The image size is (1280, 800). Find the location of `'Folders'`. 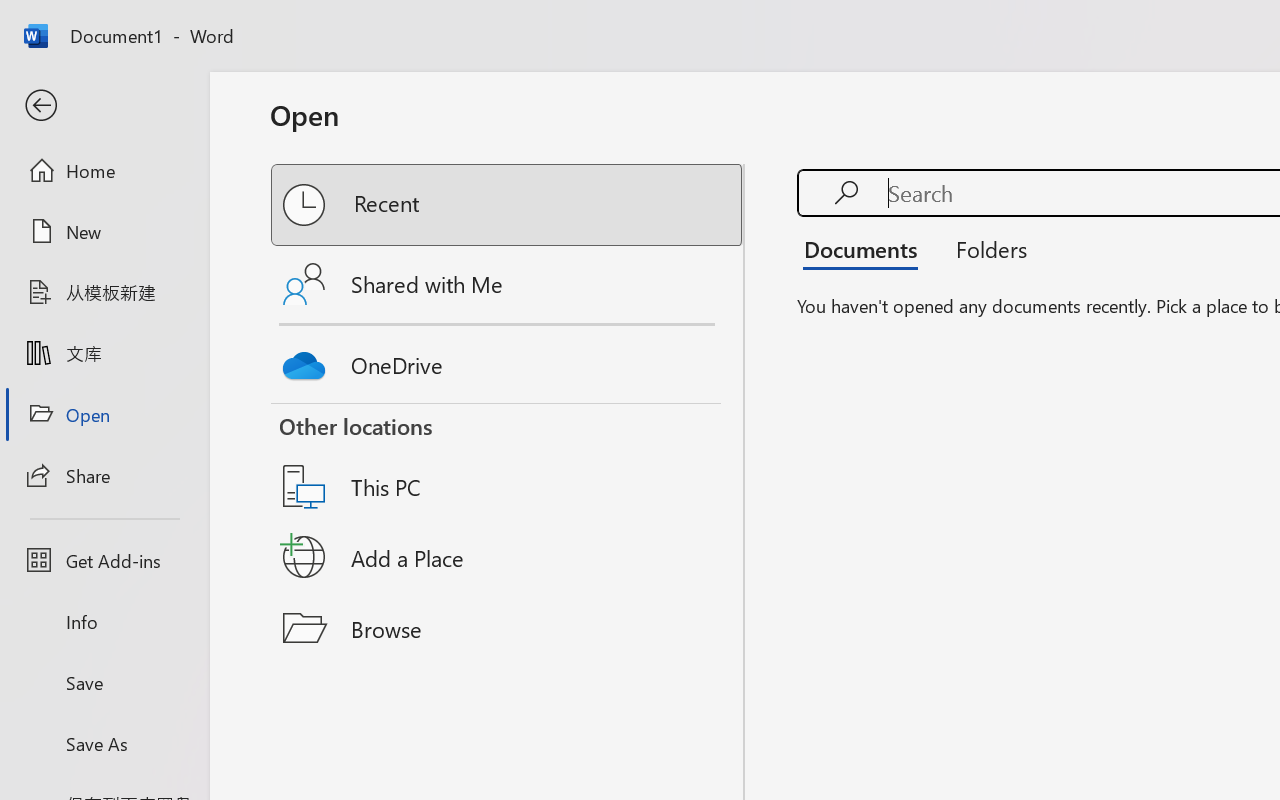

'Folders' is located at coordinates (984, 248).